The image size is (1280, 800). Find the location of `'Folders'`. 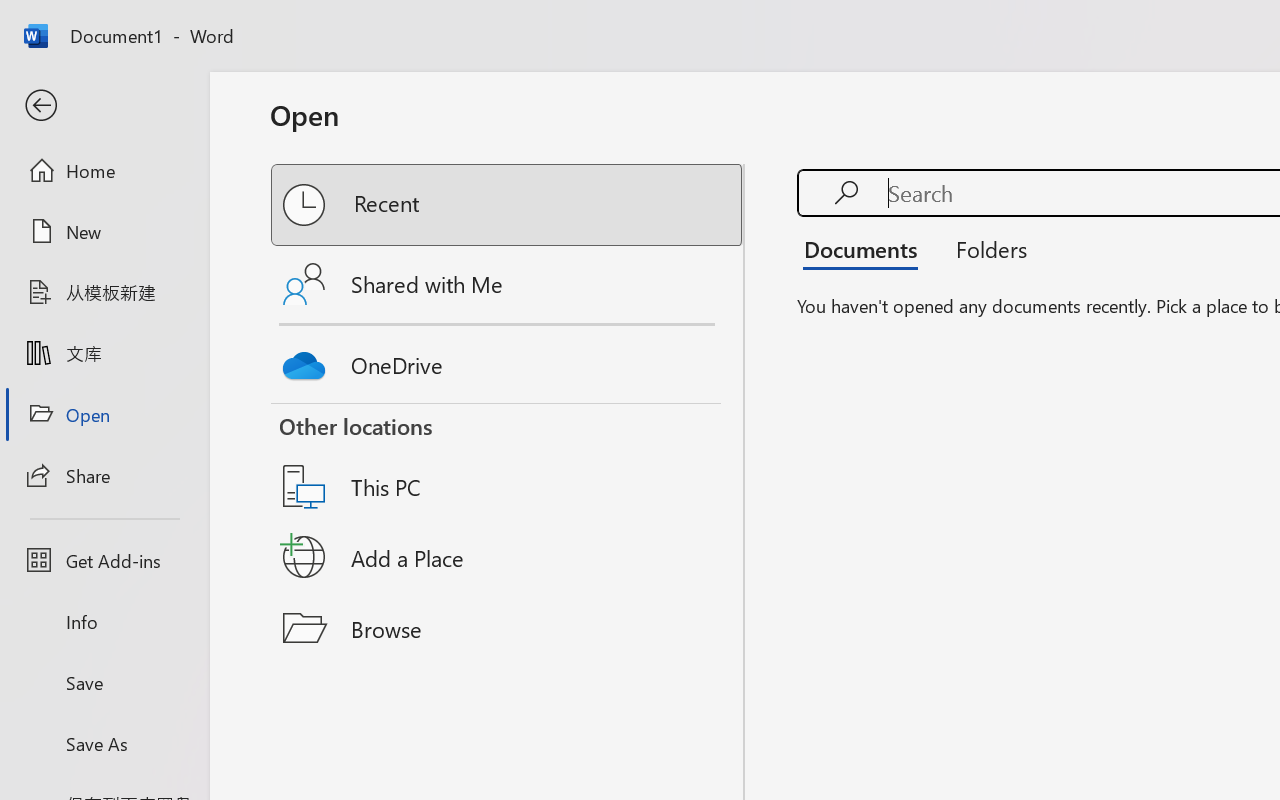

'Folders' is located at coordinates (984, 248).